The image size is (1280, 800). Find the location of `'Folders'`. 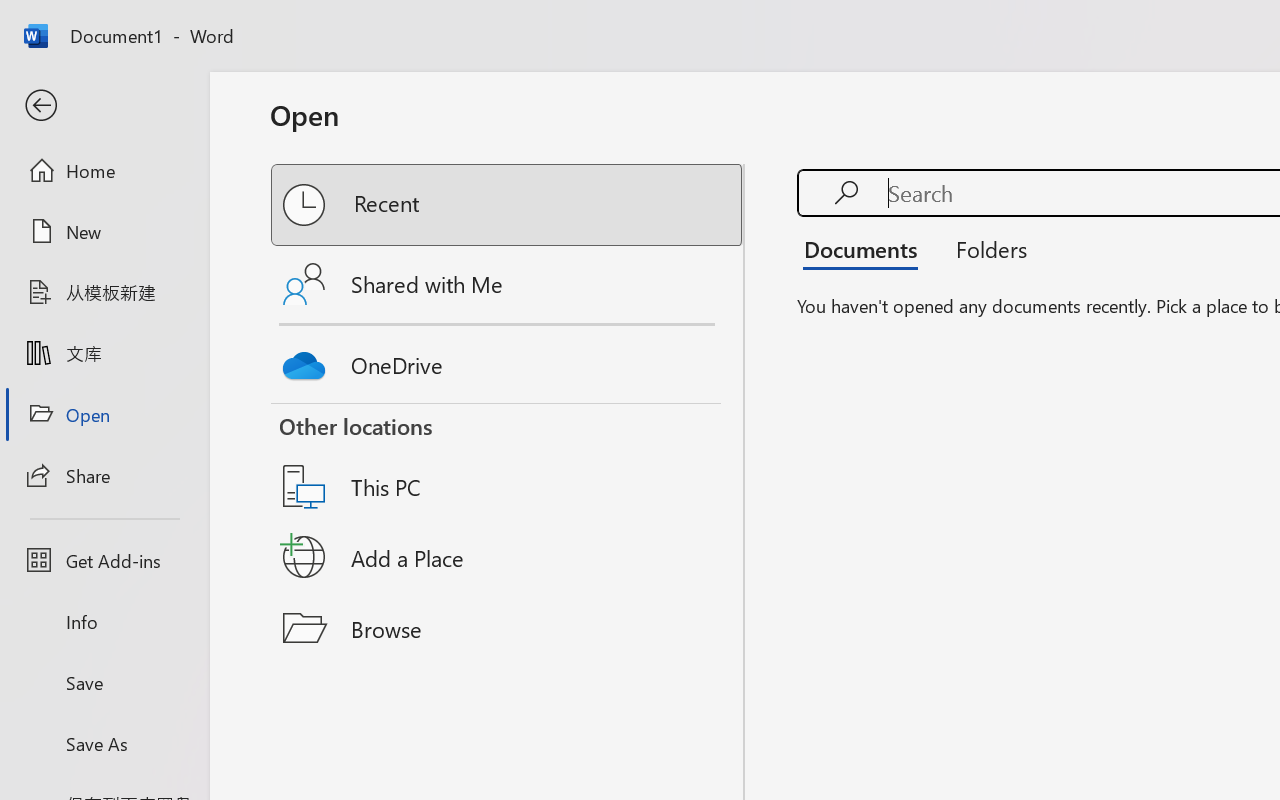

'Folders' is located at coordinates (984, 248).